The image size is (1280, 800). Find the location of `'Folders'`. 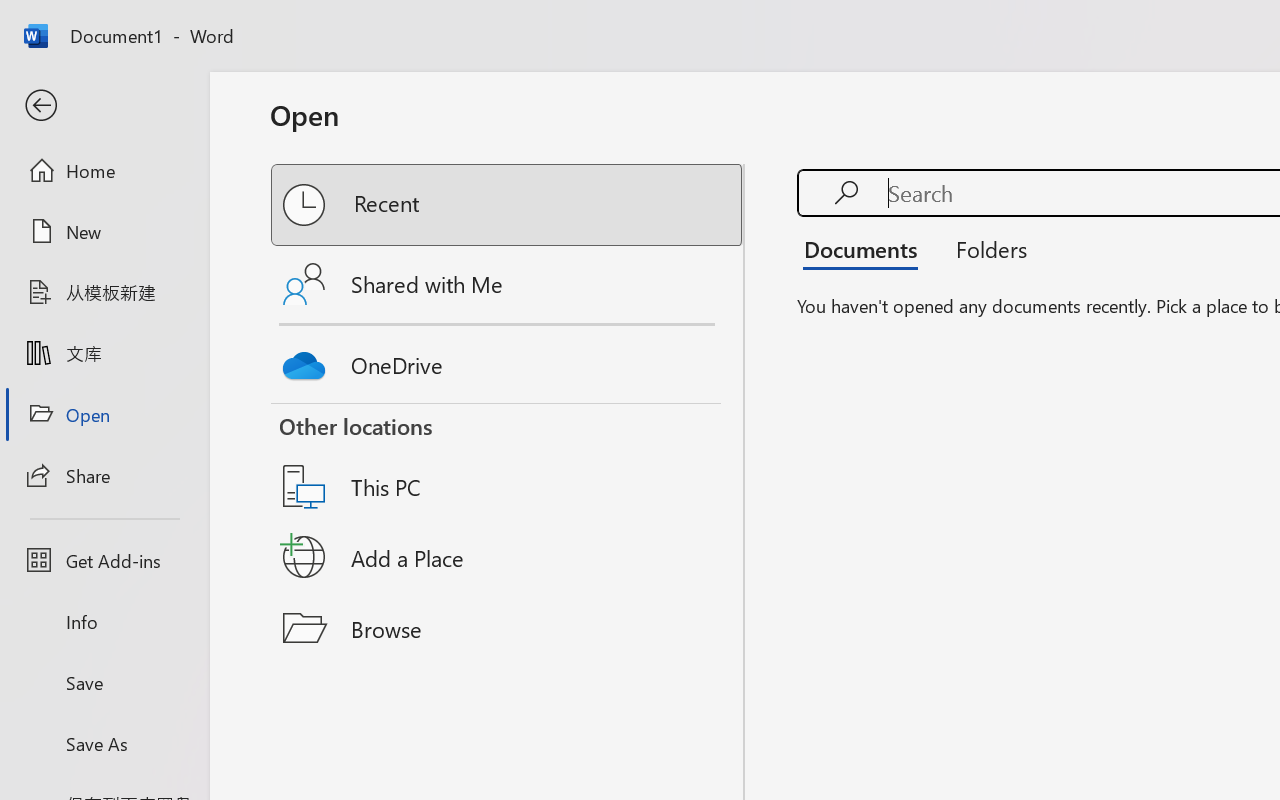

'Folders' is located at coordinates (984, 248).